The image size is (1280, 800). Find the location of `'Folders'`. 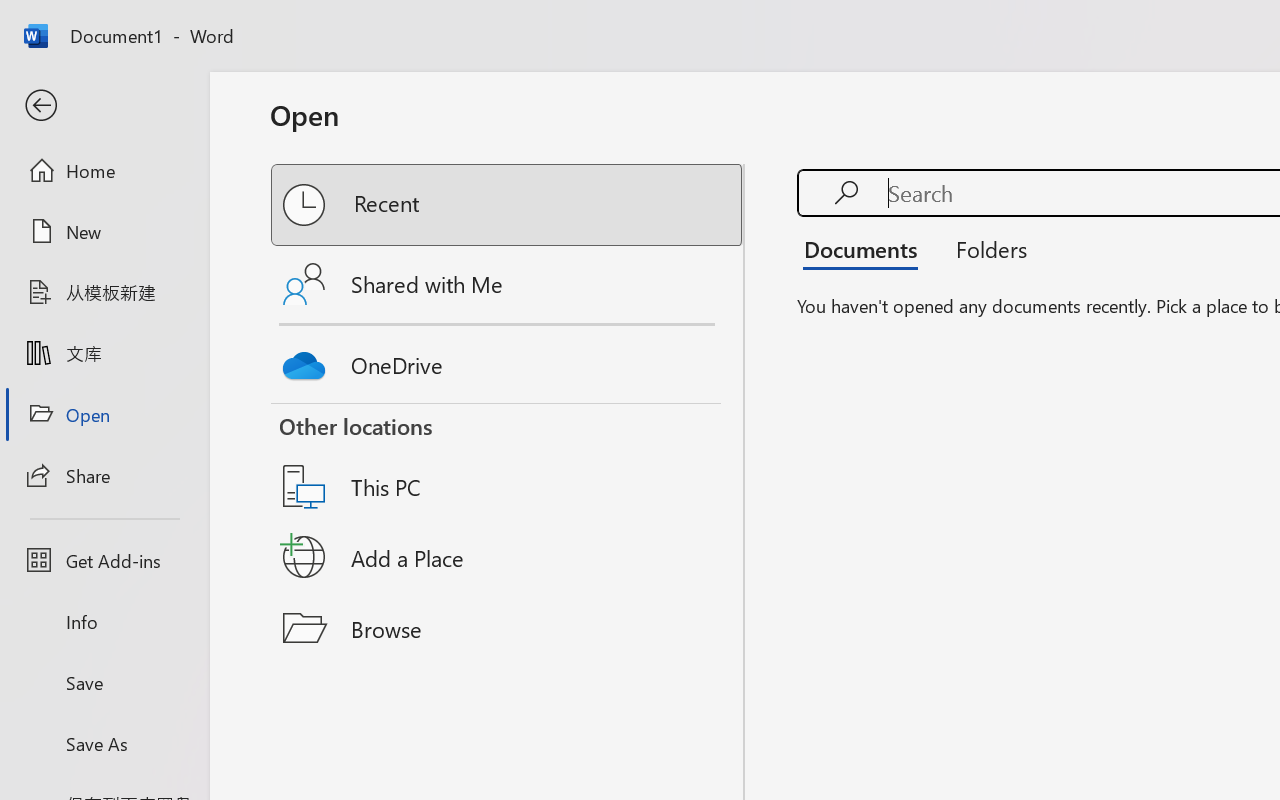

'Folders' is located at coordinates (984, 248).